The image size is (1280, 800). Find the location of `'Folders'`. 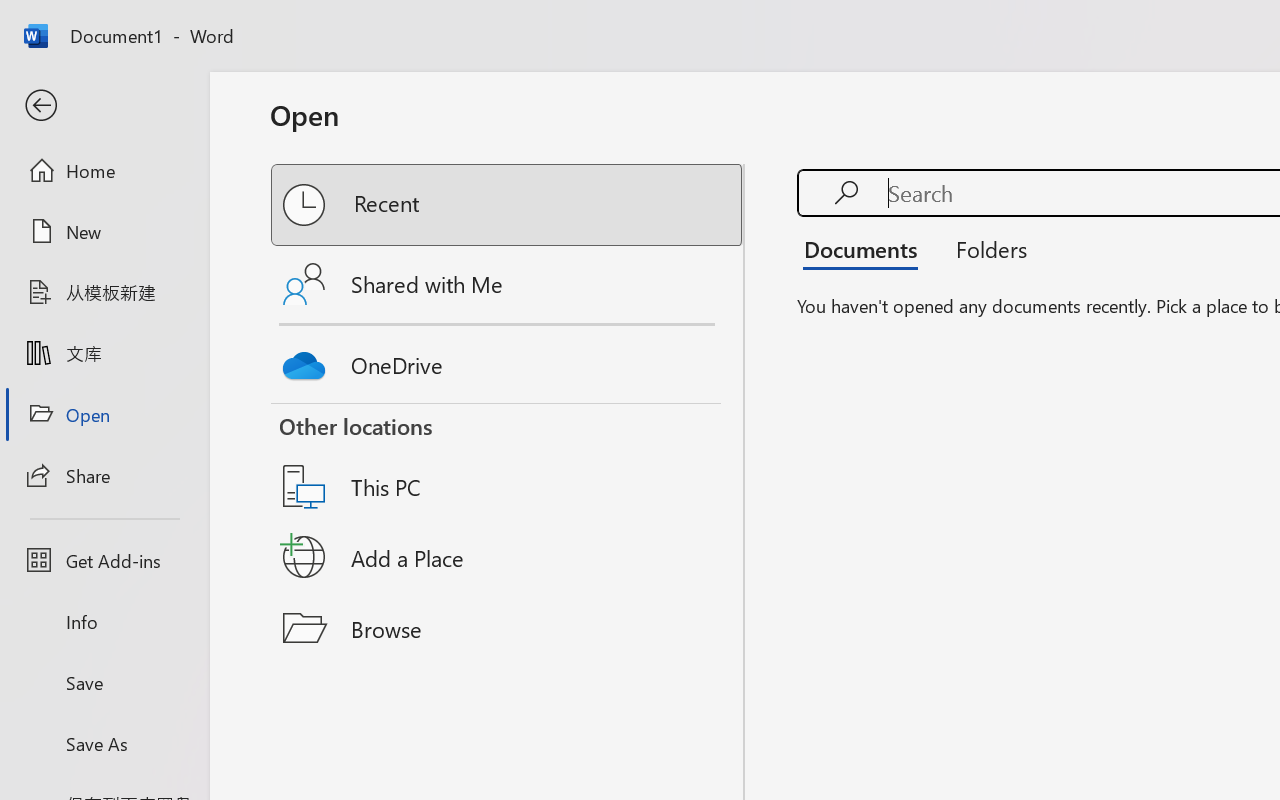

'Folders' is located at coordinates (984, 248).